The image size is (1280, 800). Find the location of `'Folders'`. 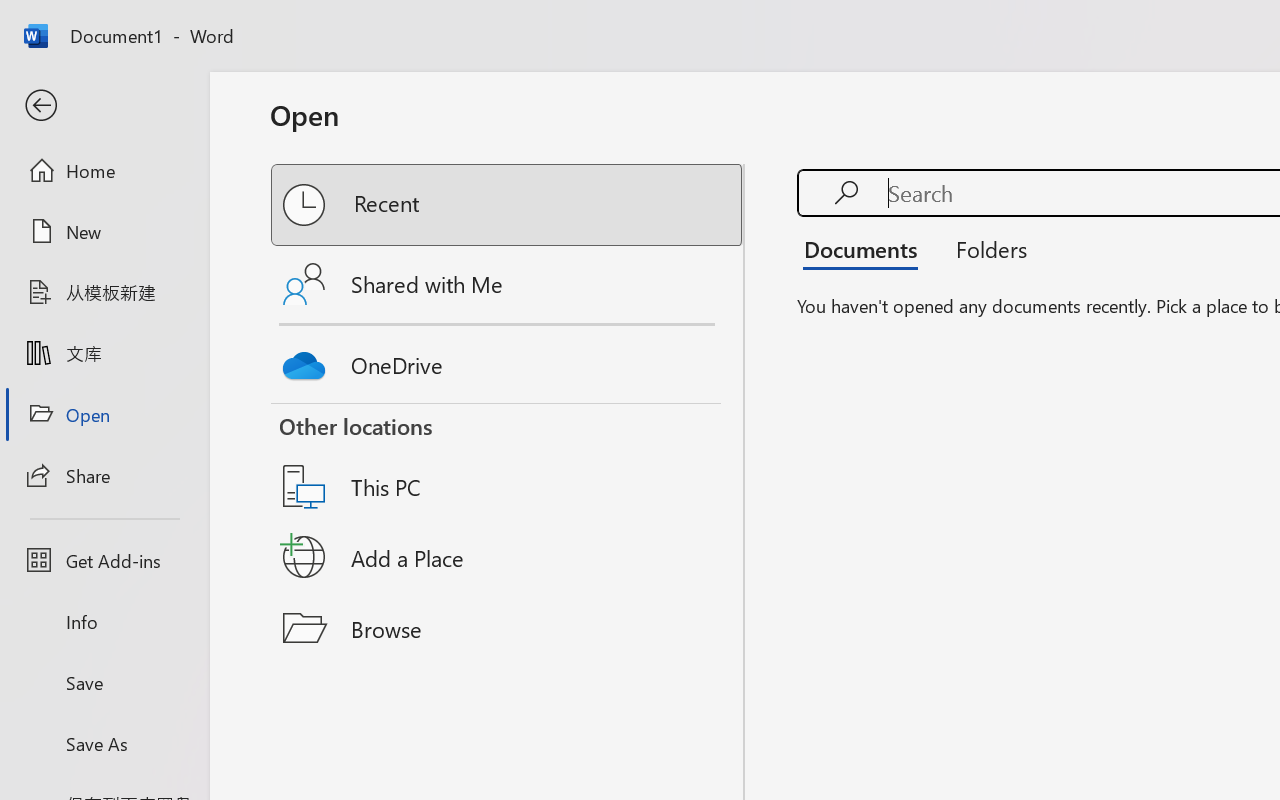

'Folders' is located at coordinates (984, 248).